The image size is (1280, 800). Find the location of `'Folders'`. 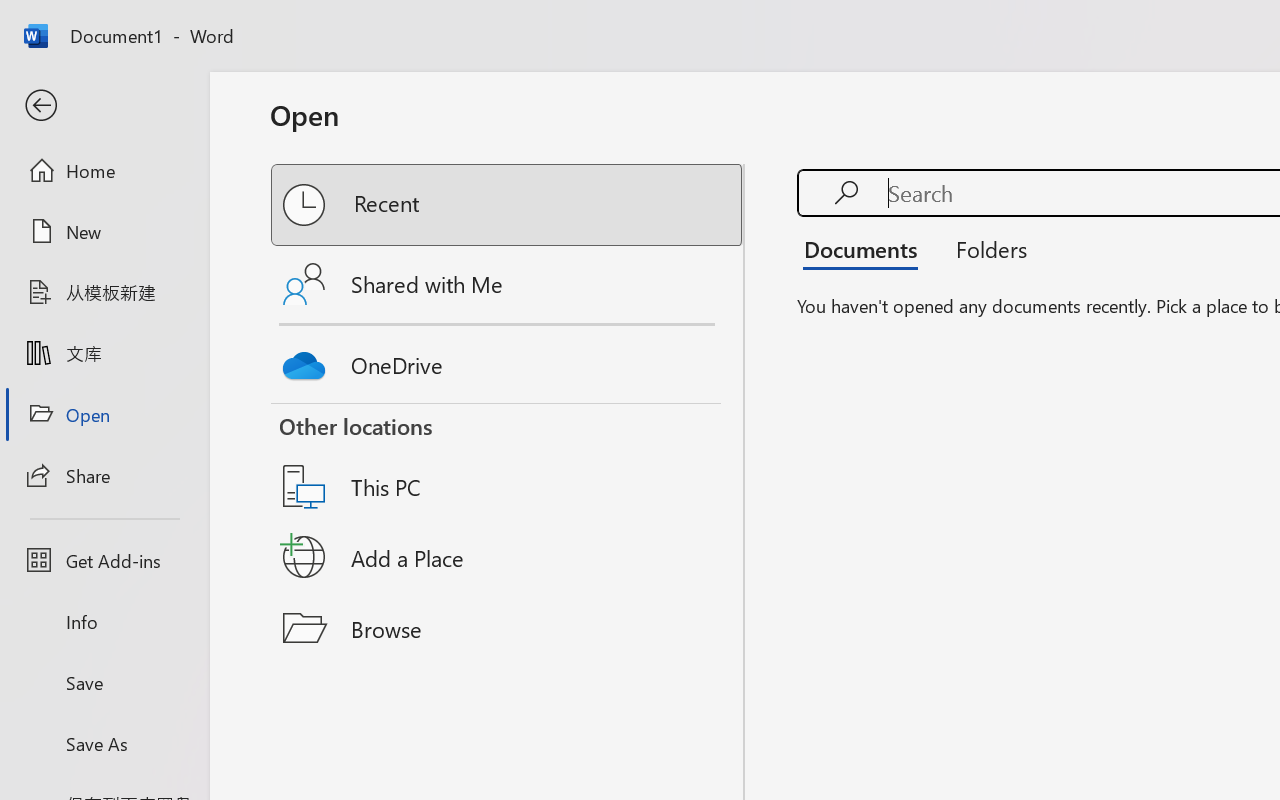

'Folders' is located at coordinates (984, 248).